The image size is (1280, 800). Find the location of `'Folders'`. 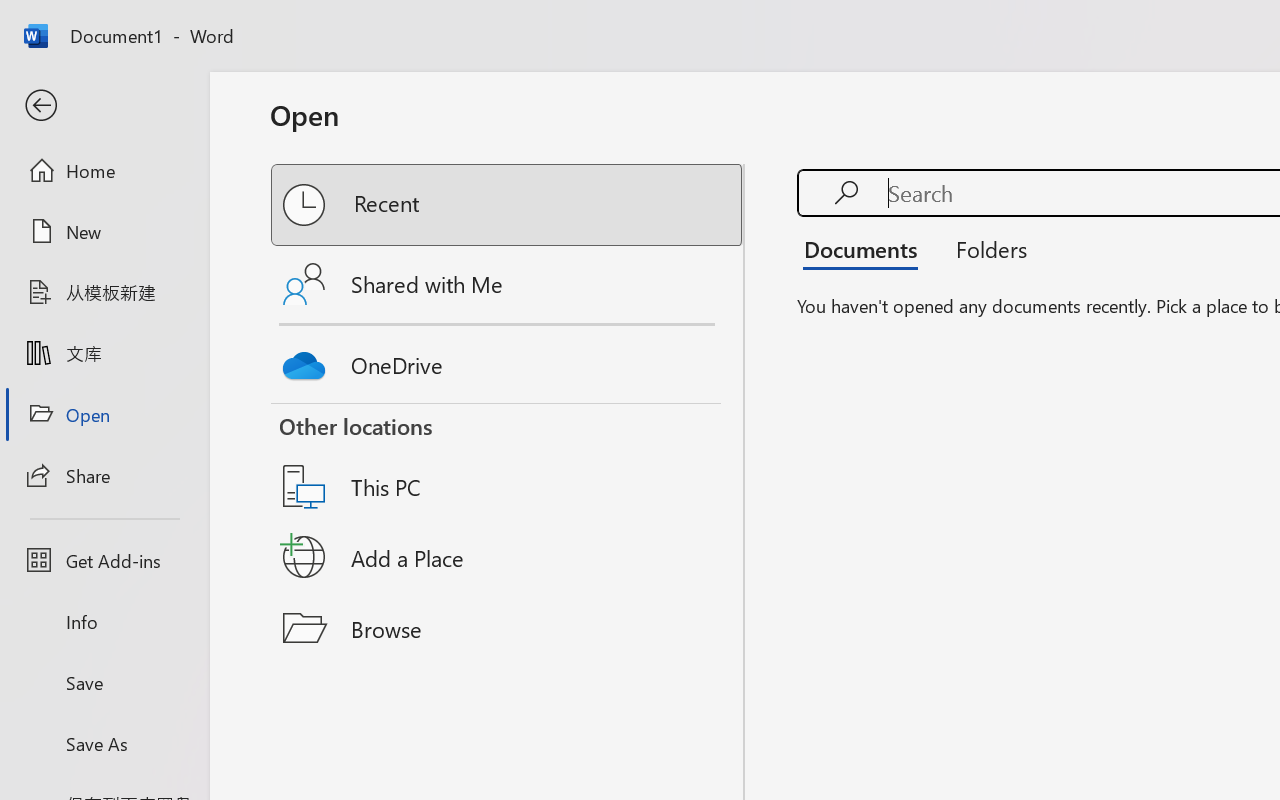

'Folders' is located at coordinates (984, 248).